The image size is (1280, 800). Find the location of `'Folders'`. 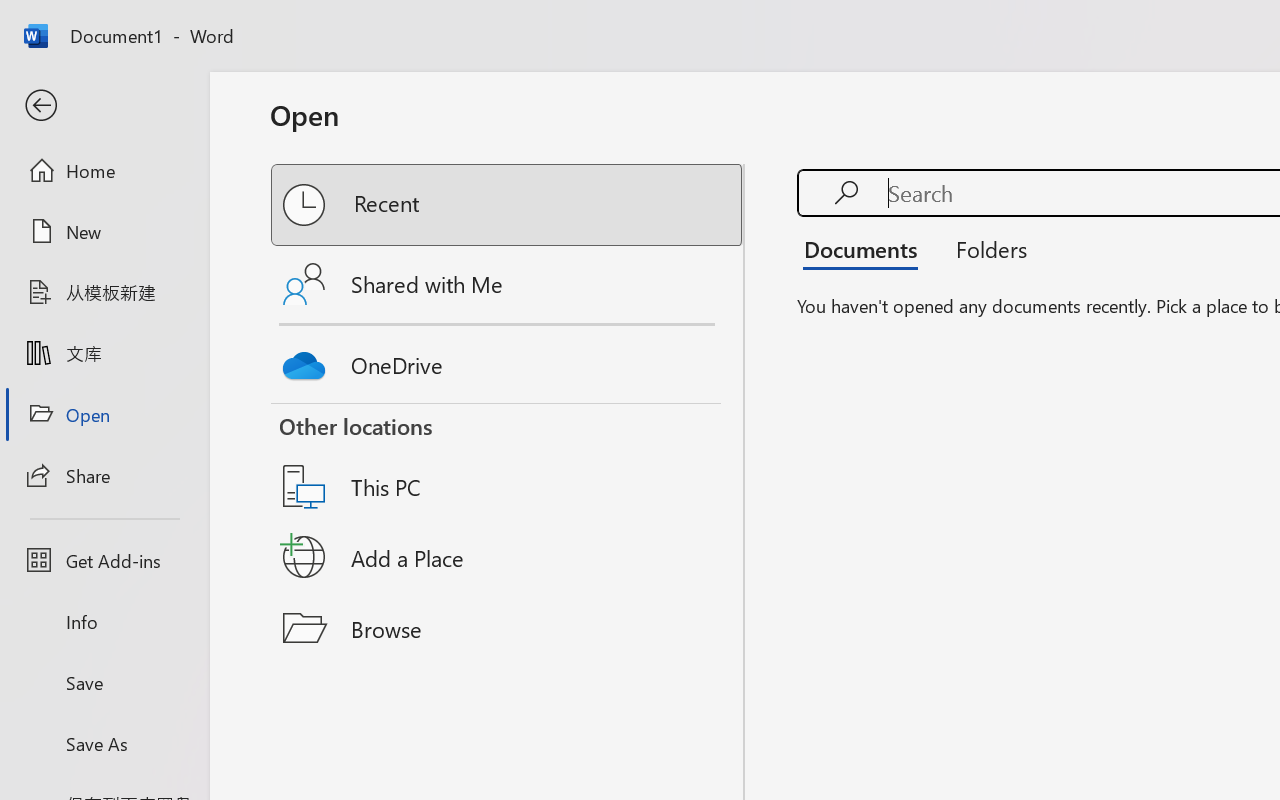

'Folders' is located at coordinates (984, 248).